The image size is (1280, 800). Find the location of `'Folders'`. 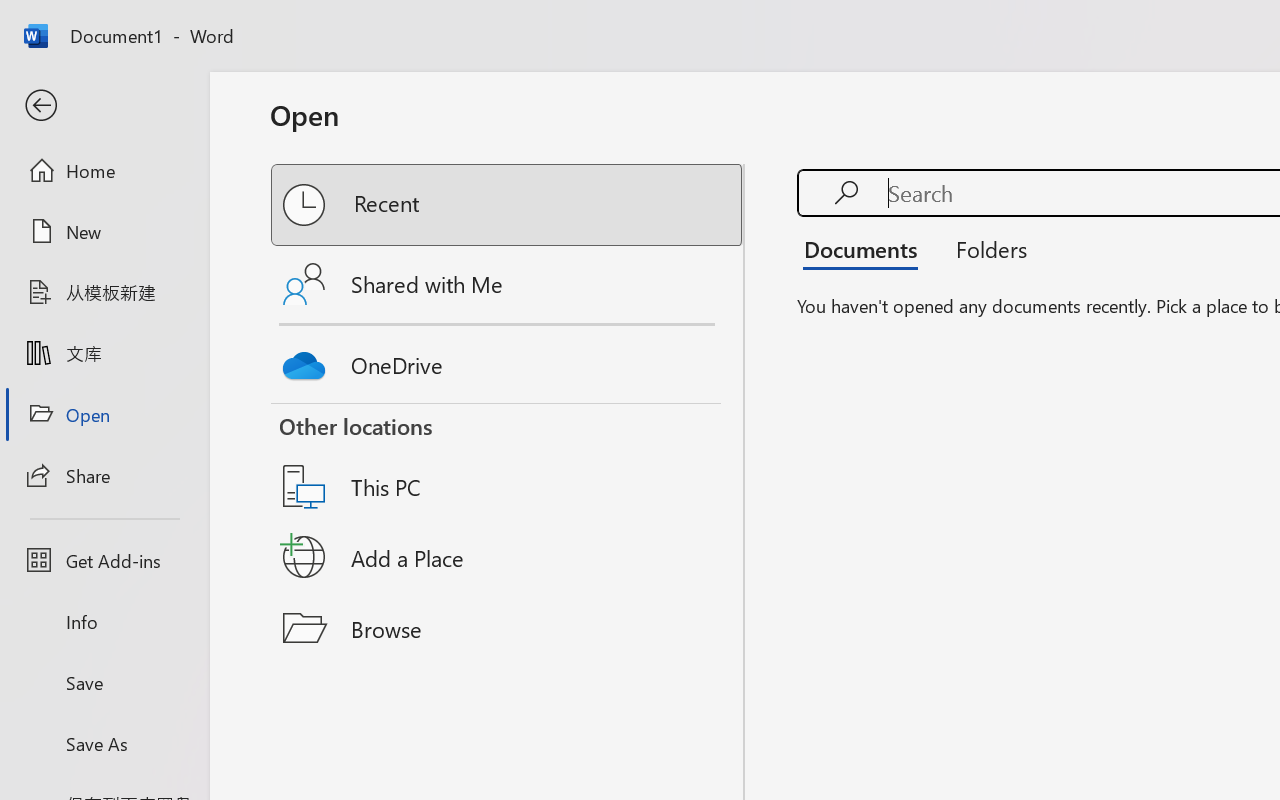

'Folders' is located at coordinates (984, 248).